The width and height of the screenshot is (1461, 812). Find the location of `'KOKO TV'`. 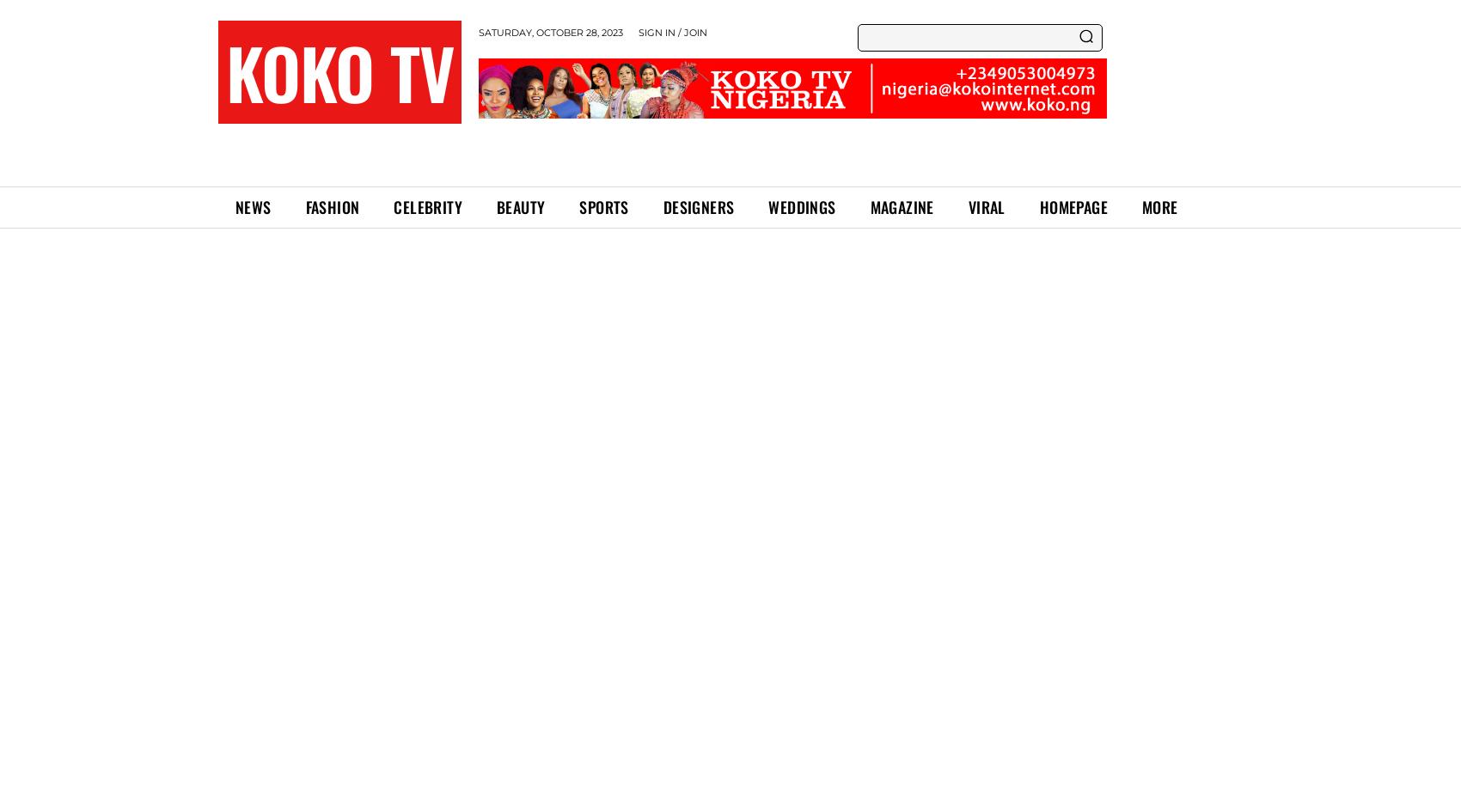

'KOKO TV' is located at coordinates (339, 71).